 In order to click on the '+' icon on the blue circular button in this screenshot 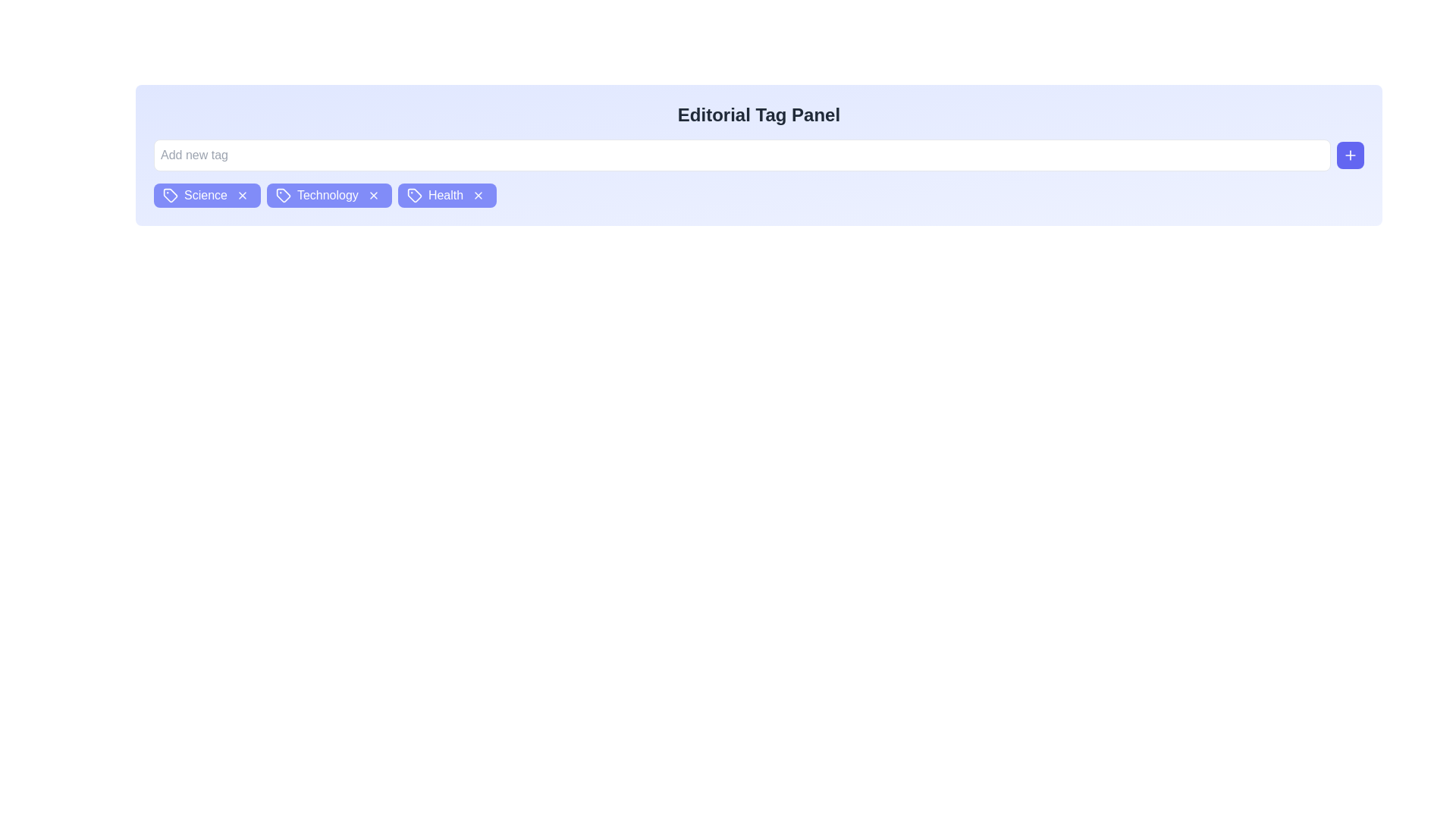, I will do `click(1350, 155)`.